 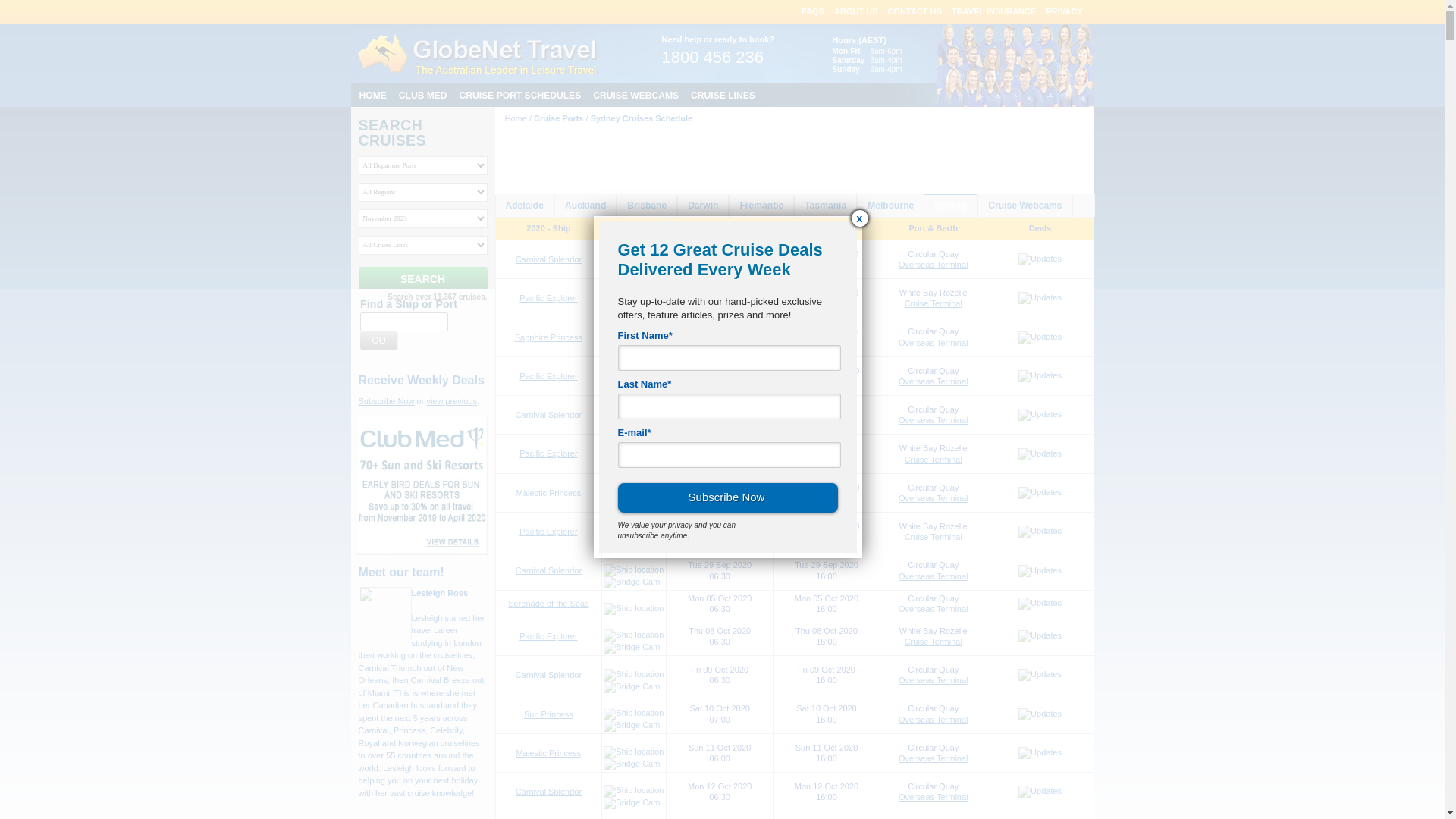 I want to click on 'Bridge Cam', so click(x=632, y=426).